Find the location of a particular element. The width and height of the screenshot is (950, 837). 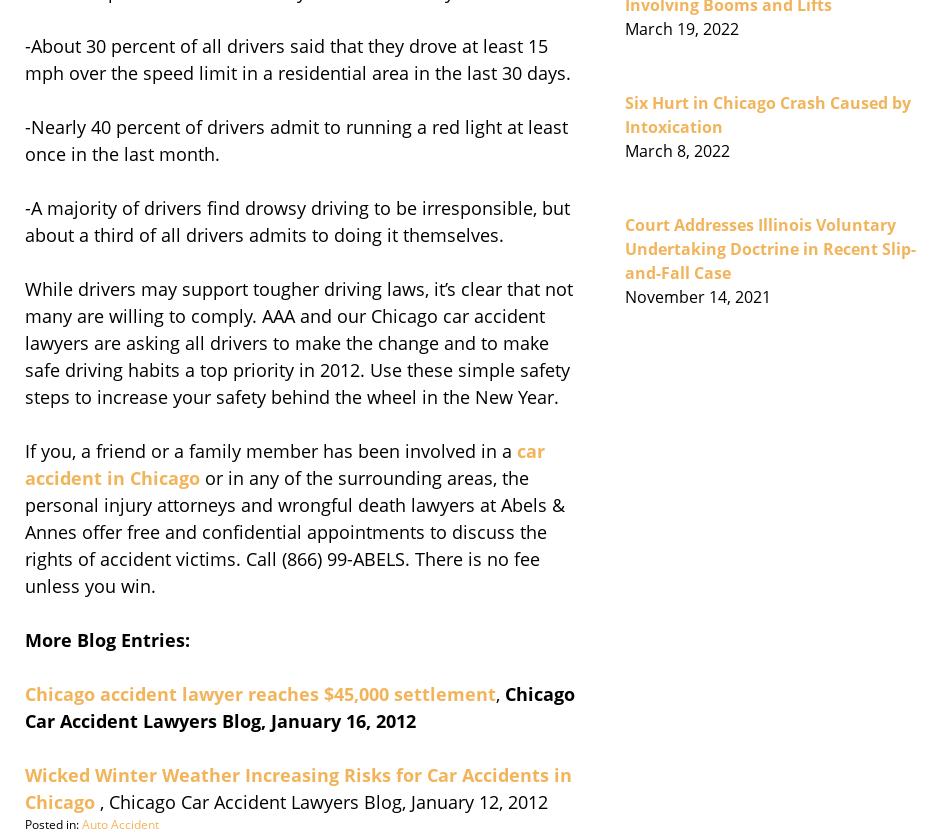

'March 19, 2022' is located at coordinates (682, 28).